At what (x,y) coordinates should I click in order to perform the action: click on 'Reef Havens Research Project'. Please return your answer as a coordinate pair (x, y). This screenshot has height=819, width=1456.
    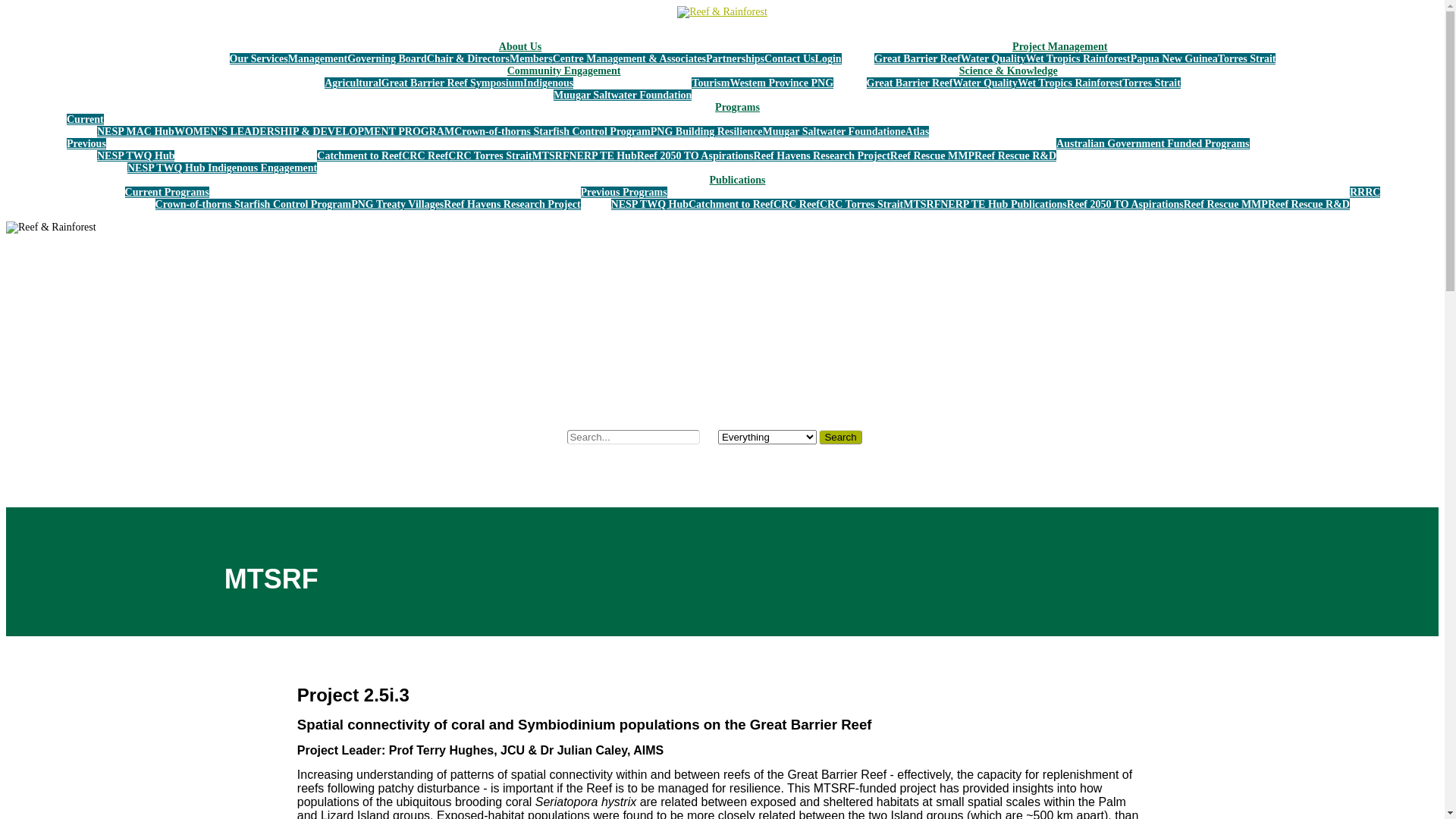
    Looking at the image, I should click on (821, 155).